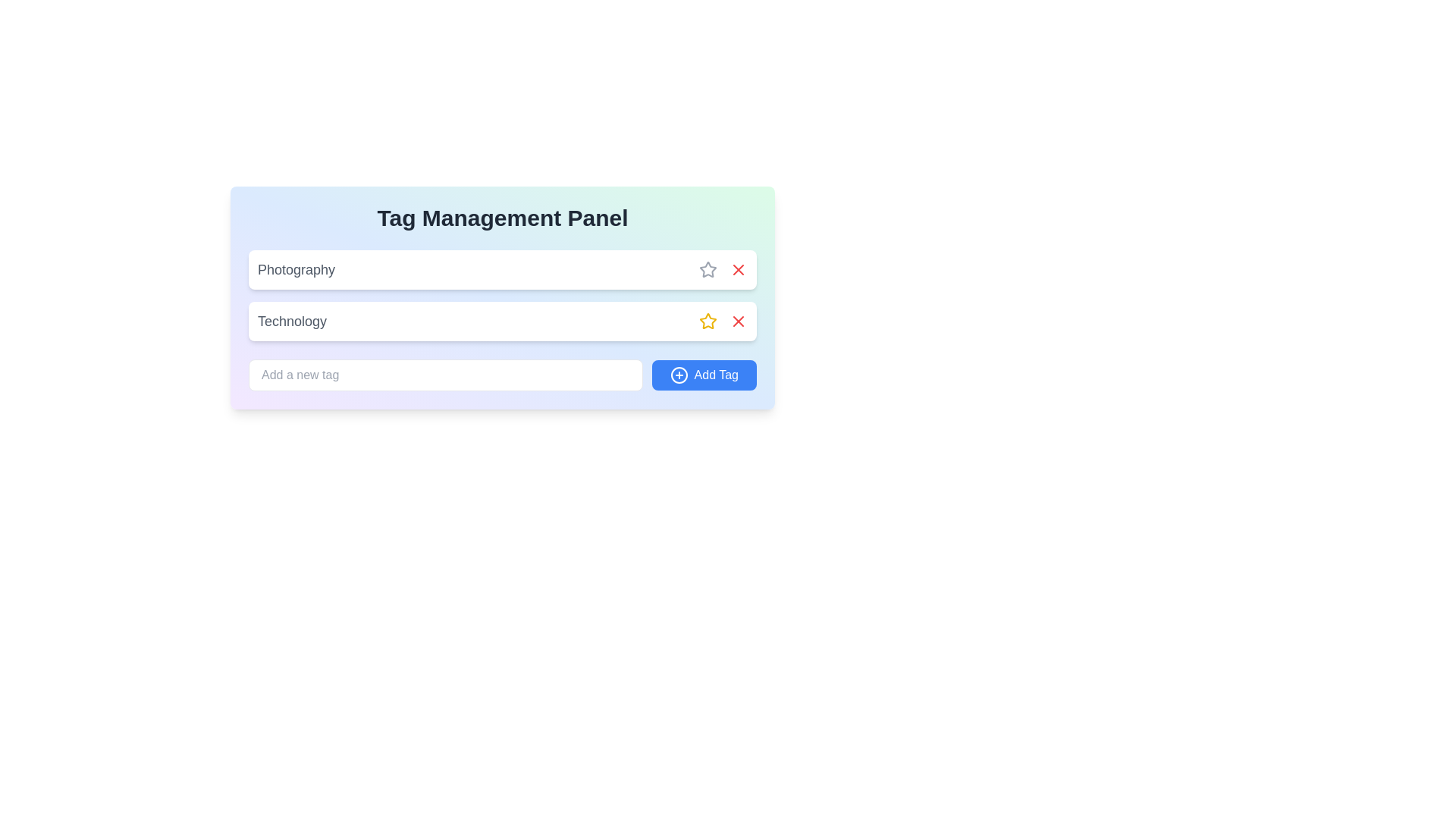 The width and height of the screenshot is (1456, 819). Describe the element at coordinates (708, 268) in the screenshot. I see `the star icon button located in the 'Technology' row` at that location.